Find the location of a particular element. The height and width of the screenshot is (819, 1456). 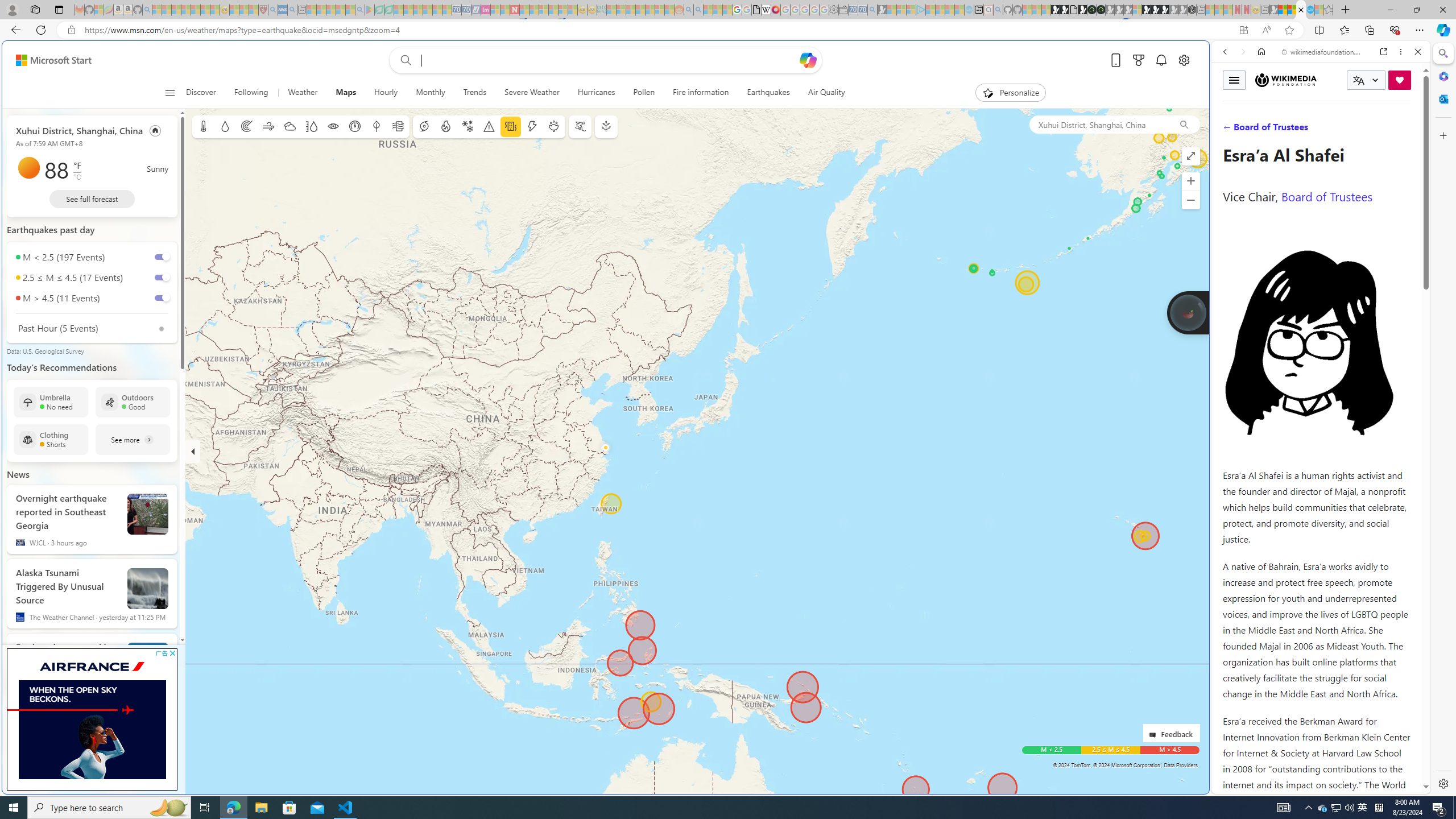

'DITOGAMES AG Imprint - Sleeping' is located at coordinates (601, 9).